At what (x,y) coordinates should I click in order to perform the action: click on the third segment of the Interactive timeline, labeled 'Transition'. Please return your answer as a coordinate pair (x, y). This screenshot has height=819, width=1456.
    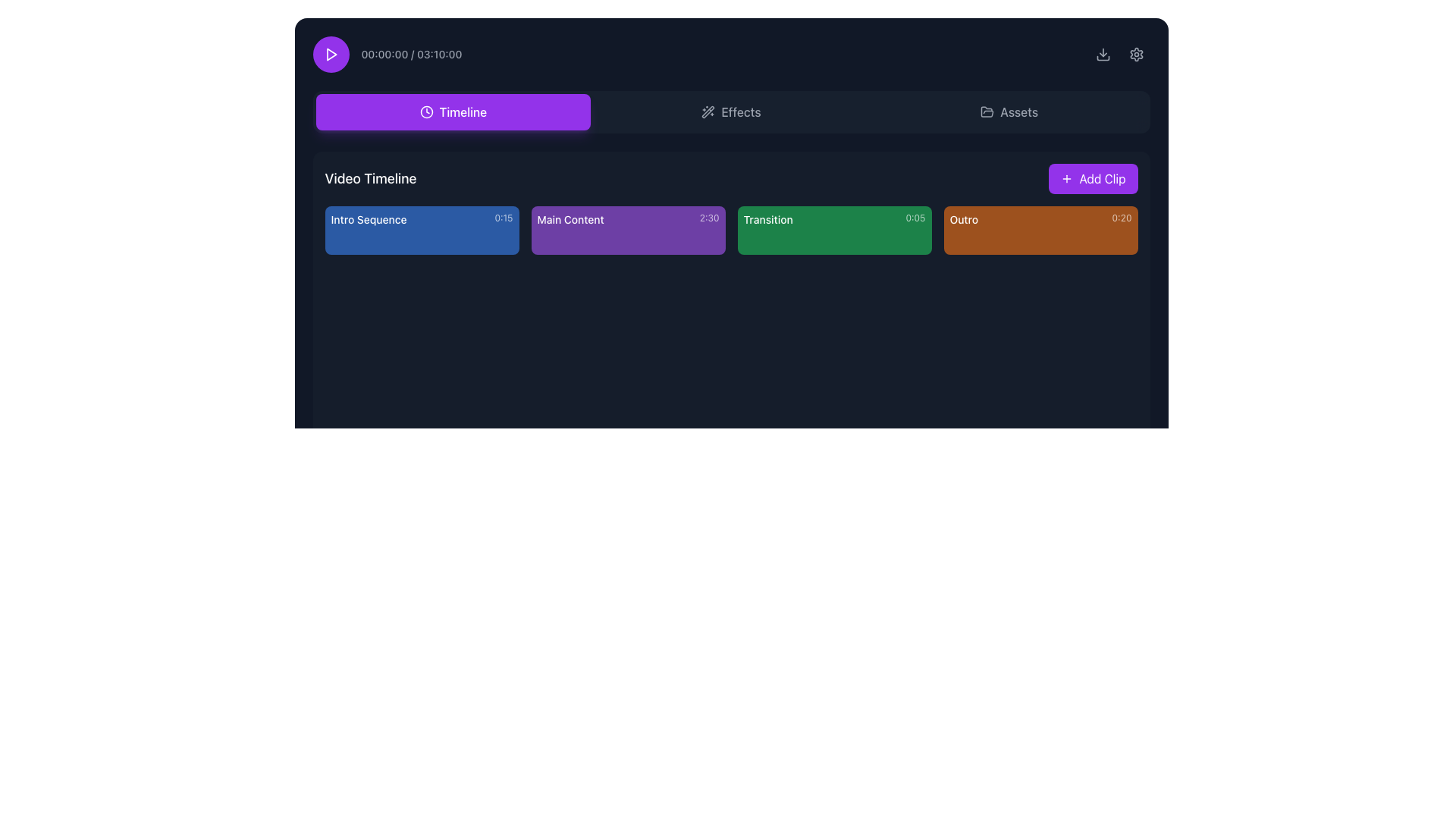
    Looking at the image, I should click on (833, 231).